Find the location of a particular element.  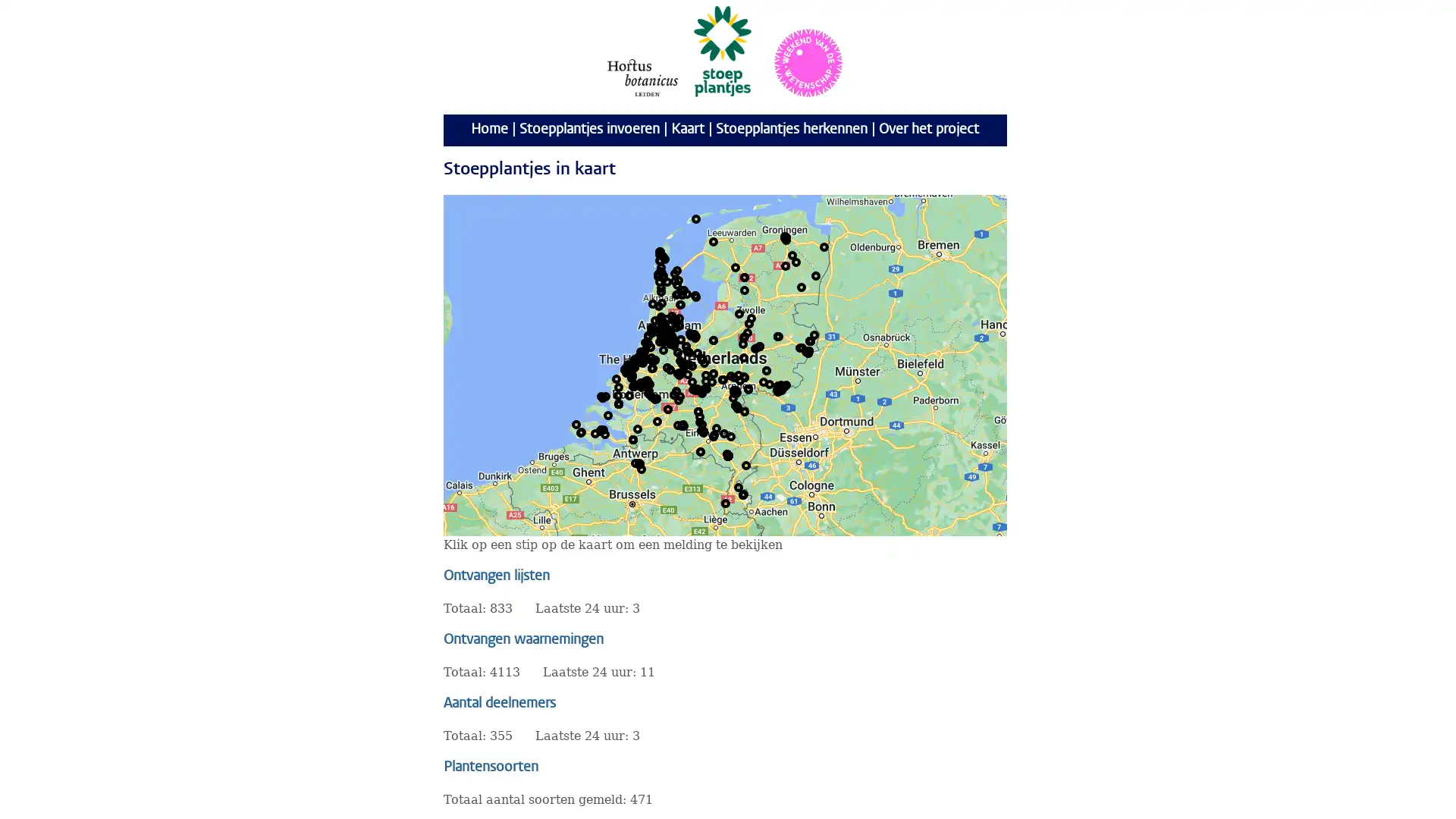

Telling van Lida op 09 mei 2022 is located at coordinates (652, 303).